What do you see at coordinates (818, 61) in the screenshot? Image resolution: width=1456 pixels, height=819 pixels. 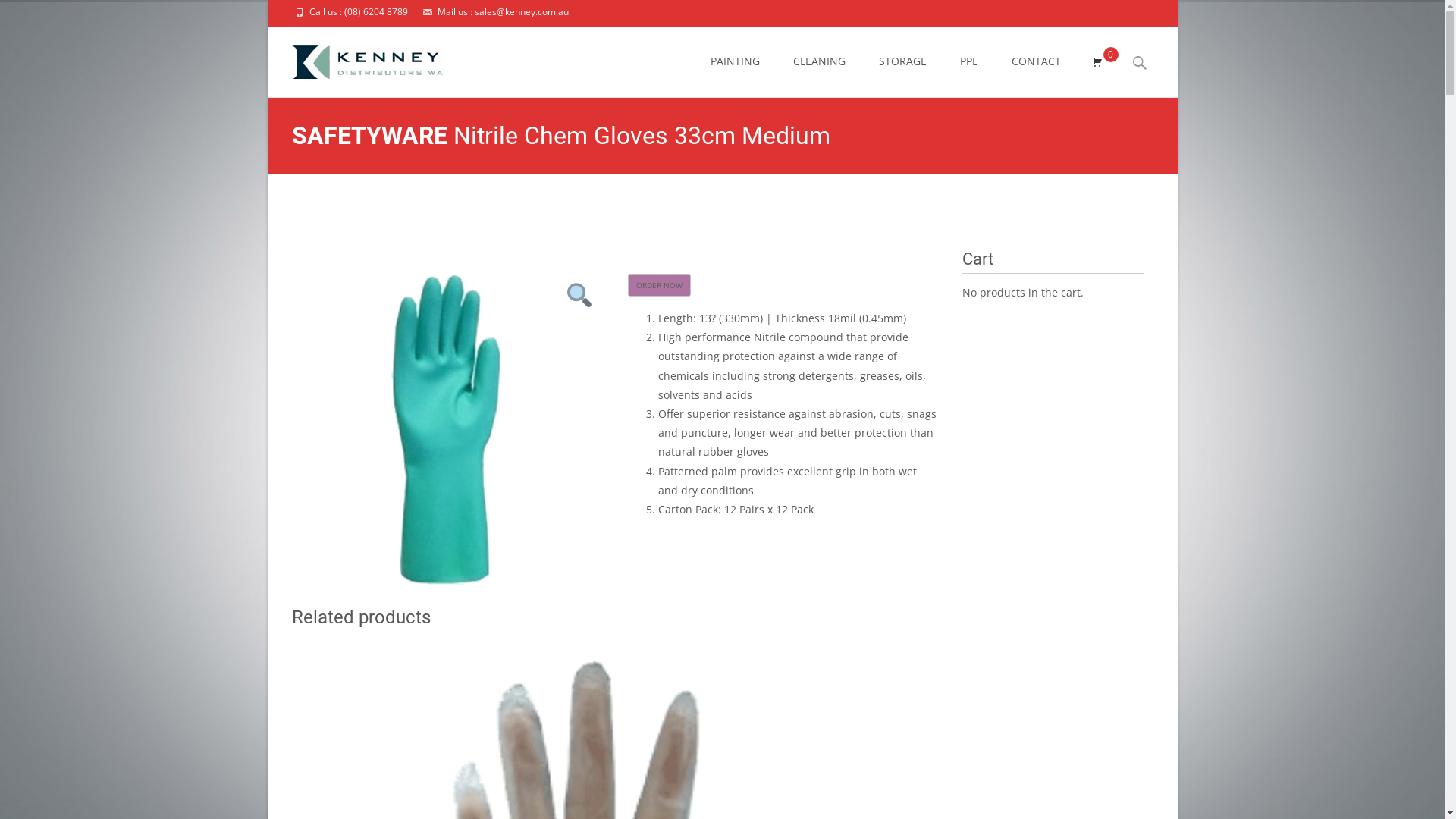 I see `'CLEANING'` at bounding box center [818, 61].